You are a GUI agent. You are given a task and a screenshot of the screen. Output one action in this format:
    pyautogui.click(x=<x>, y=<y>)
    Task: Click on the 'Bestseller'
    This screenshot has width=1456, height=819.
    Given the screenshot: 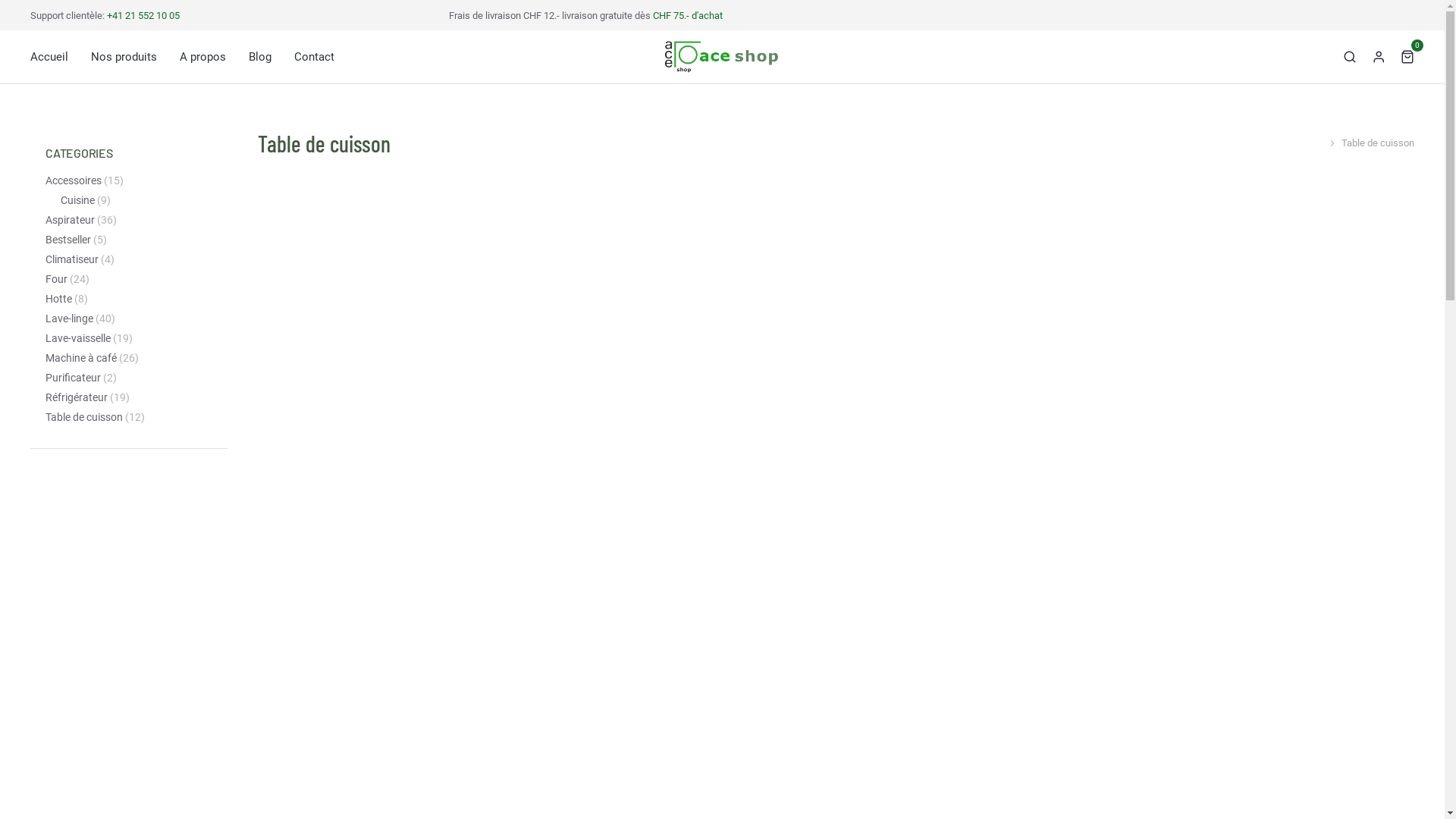 What is the action you would take?
    pyautogui.click(x=67, y=239)
    